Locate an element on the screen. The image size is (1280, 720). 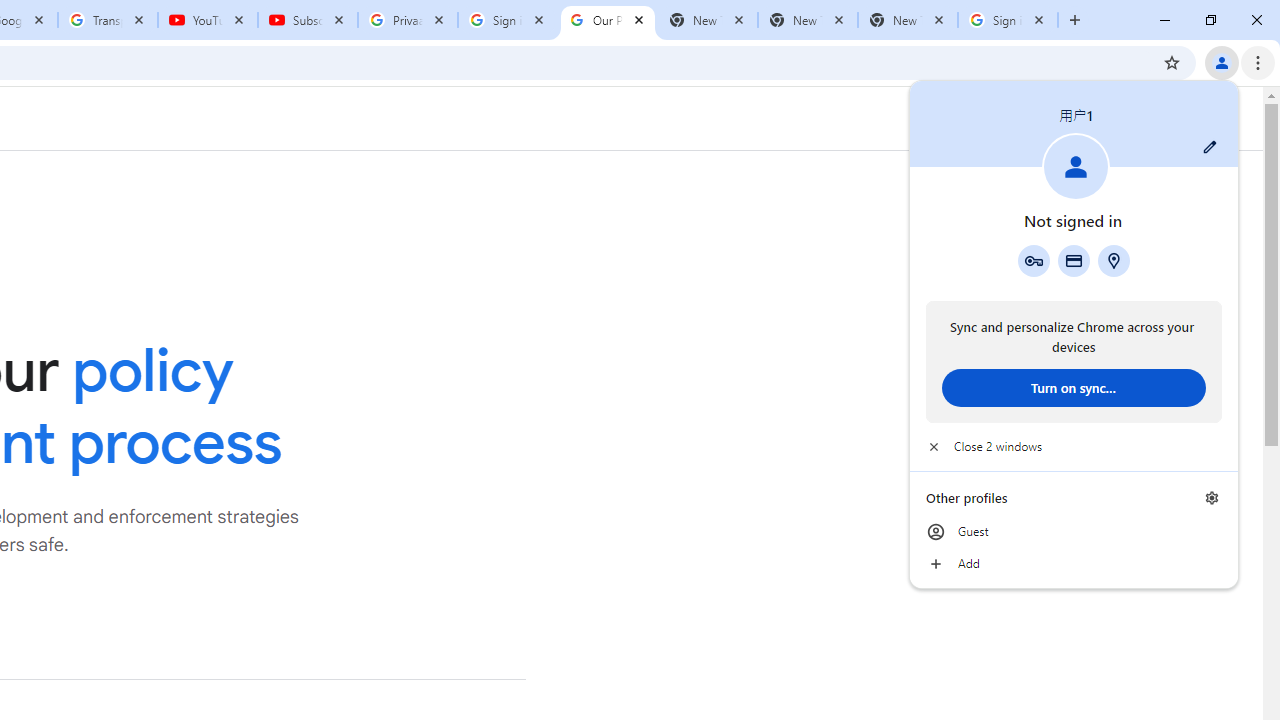
'YouTube' is located at coordinates (208, 20).